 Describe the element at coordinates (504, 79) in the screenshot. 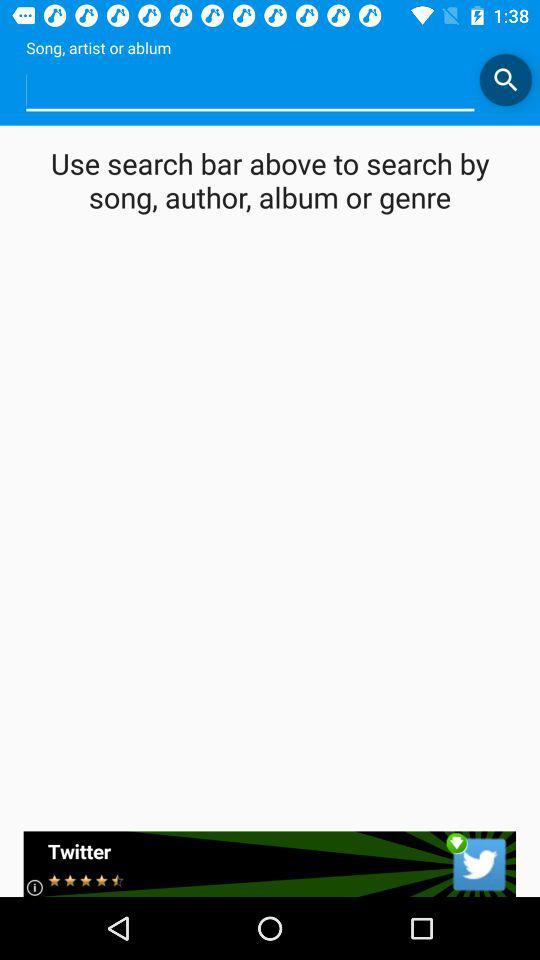

I see `search bar` at that location.